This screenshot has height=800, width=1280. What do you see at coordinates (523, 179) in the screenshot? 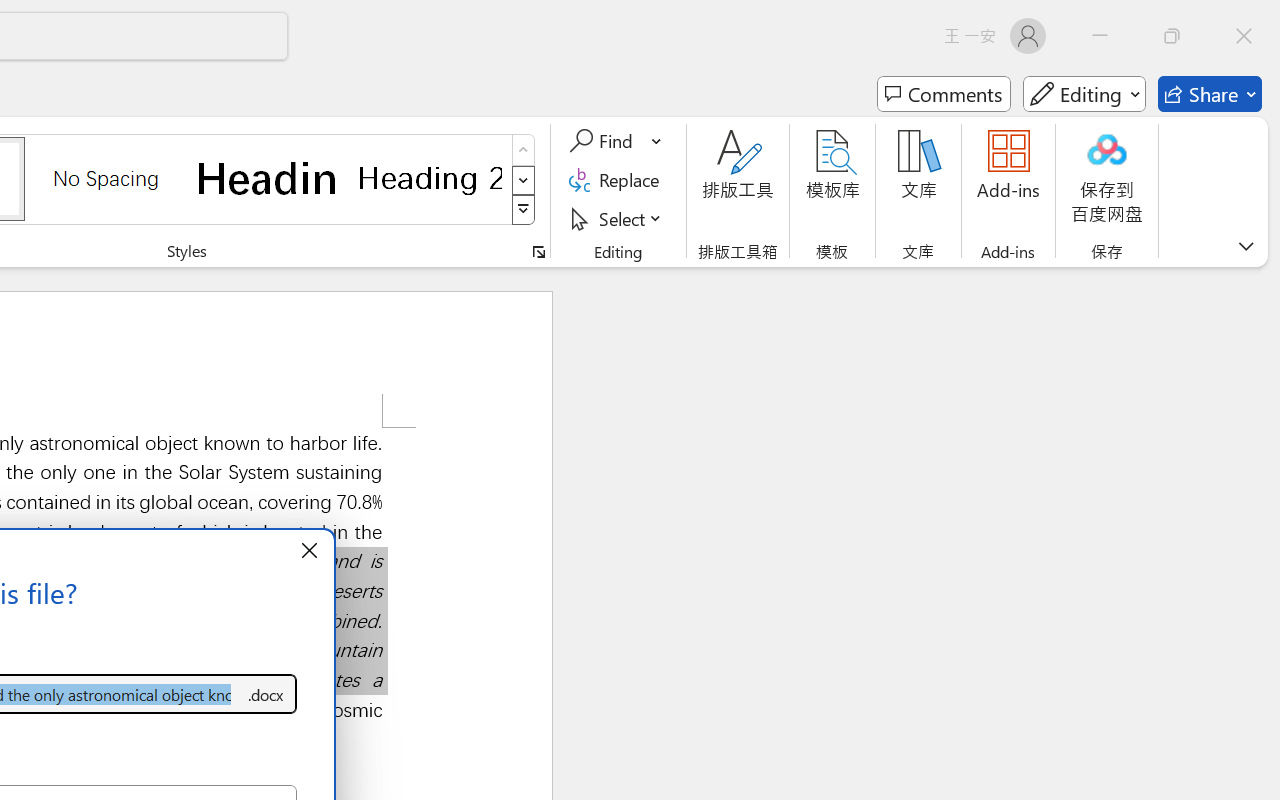
I see `'Row Down'` at bounding box center [523, 179].